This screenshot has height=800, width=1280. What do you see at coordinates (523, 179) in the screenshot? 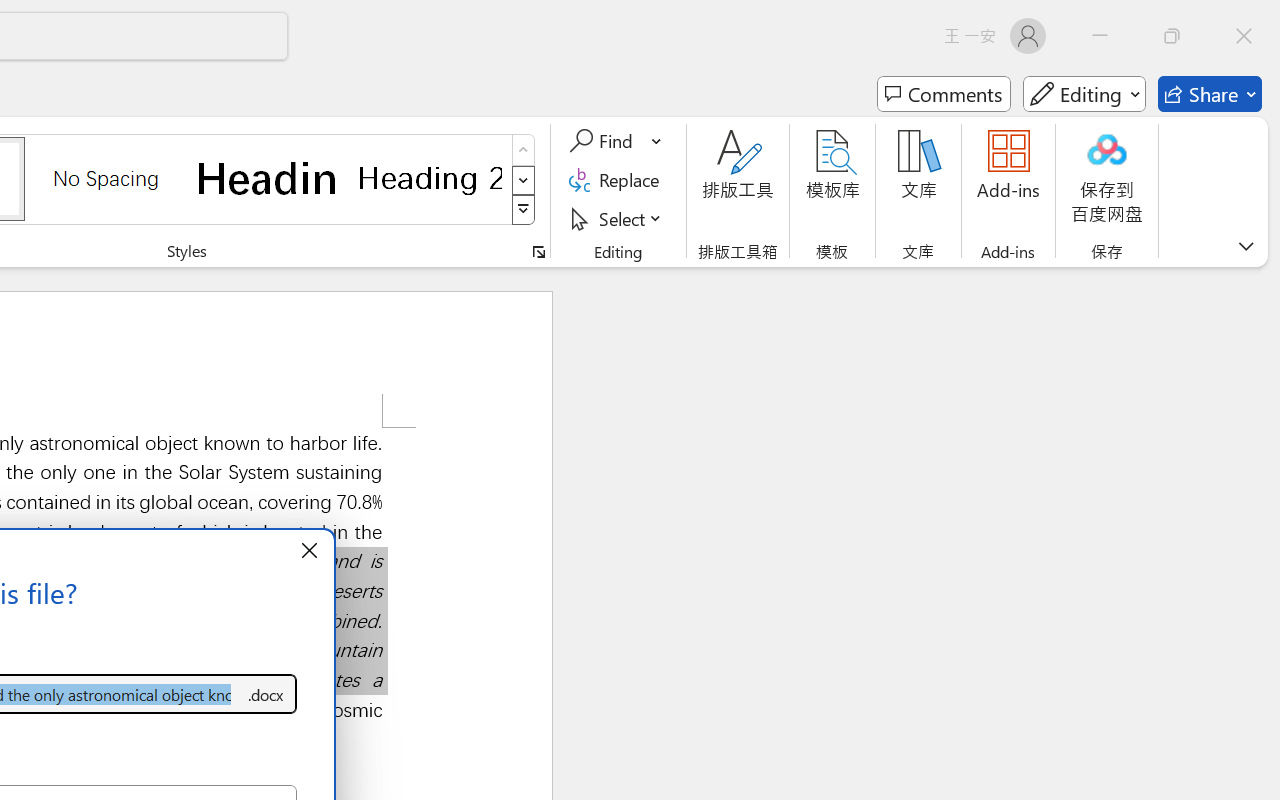
I see `'Row Down'` at bounding box center [523, 179].